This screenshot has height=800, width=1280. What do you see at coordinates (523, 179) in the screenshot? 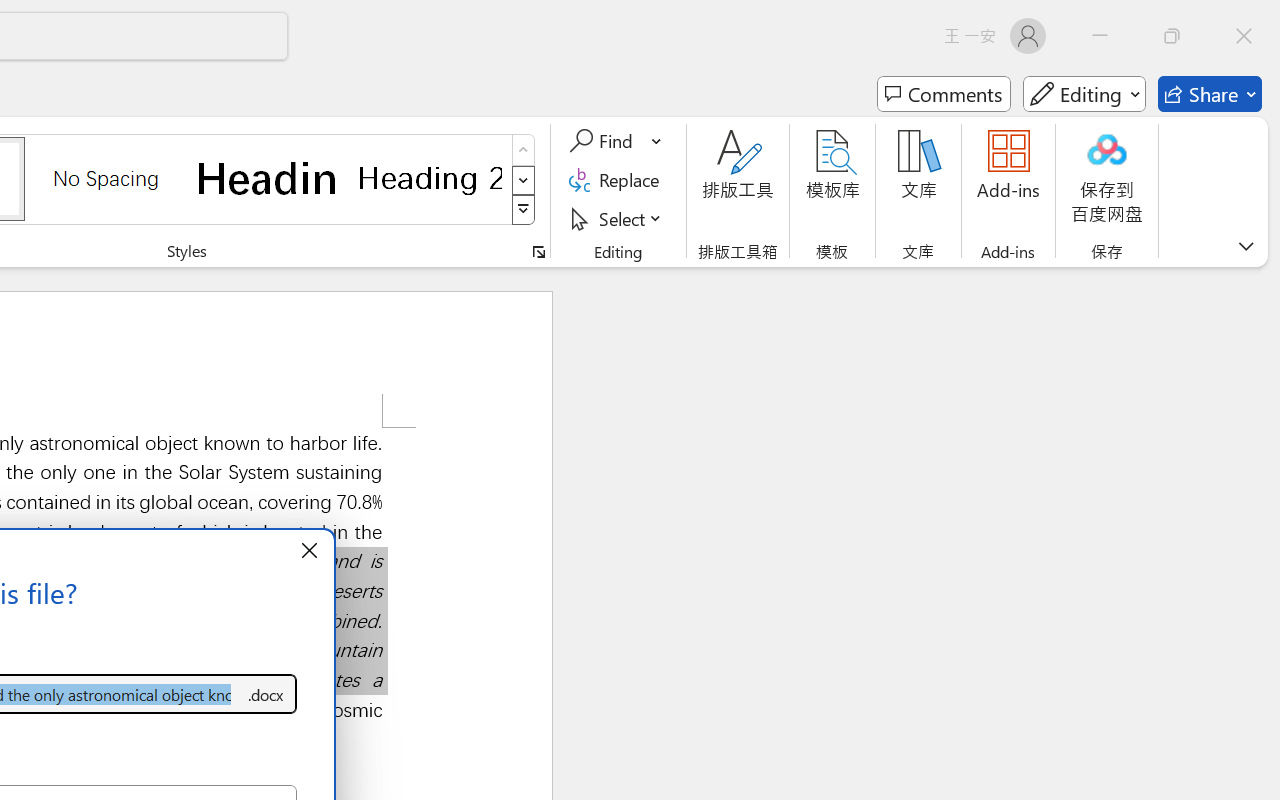
I see `'Row Down'` at bounding box center [523, 179].